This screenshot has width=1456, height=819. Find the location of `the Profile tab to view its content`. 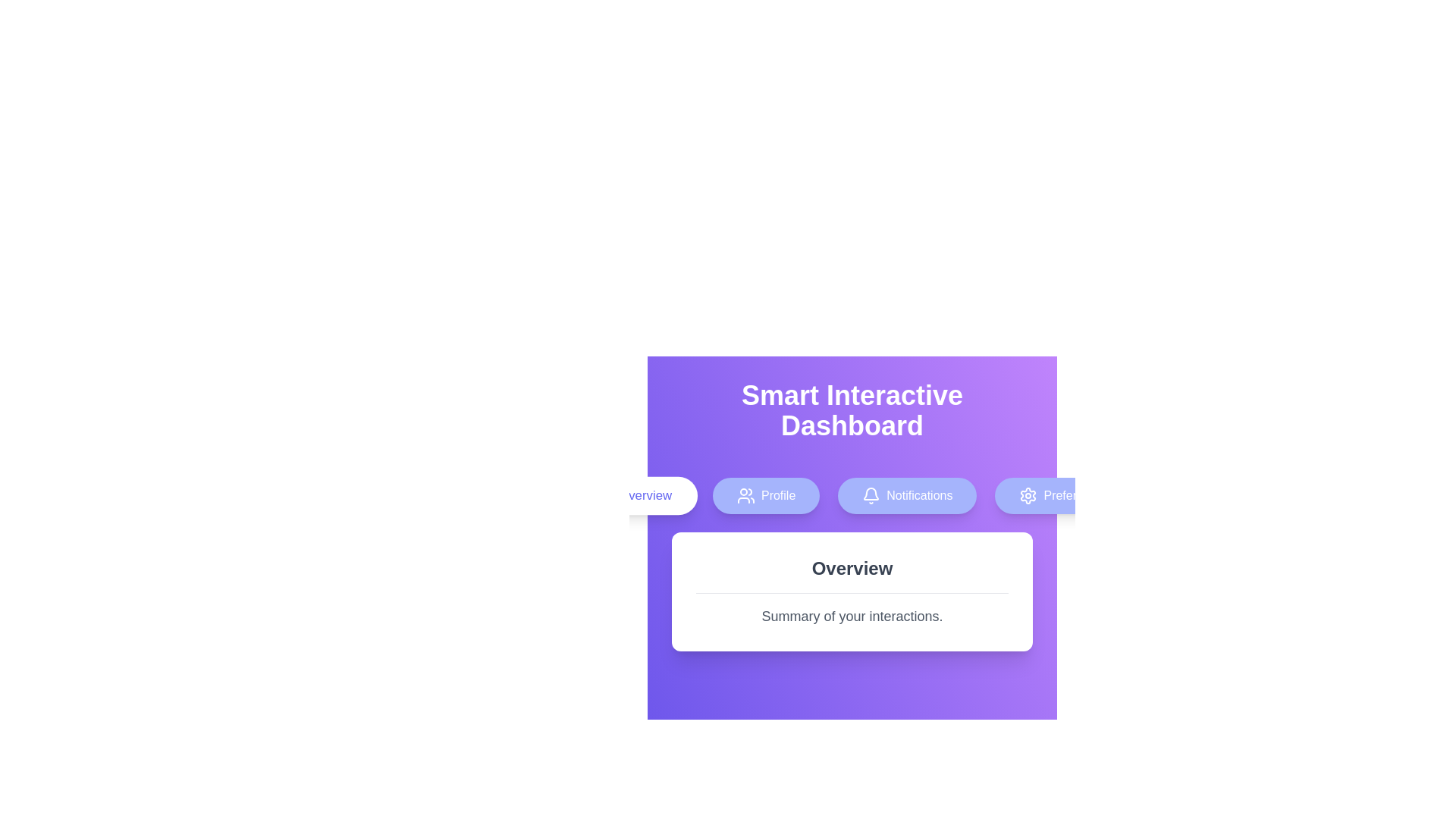

the Profile tab to view its content is located at coordinates (765, 496).